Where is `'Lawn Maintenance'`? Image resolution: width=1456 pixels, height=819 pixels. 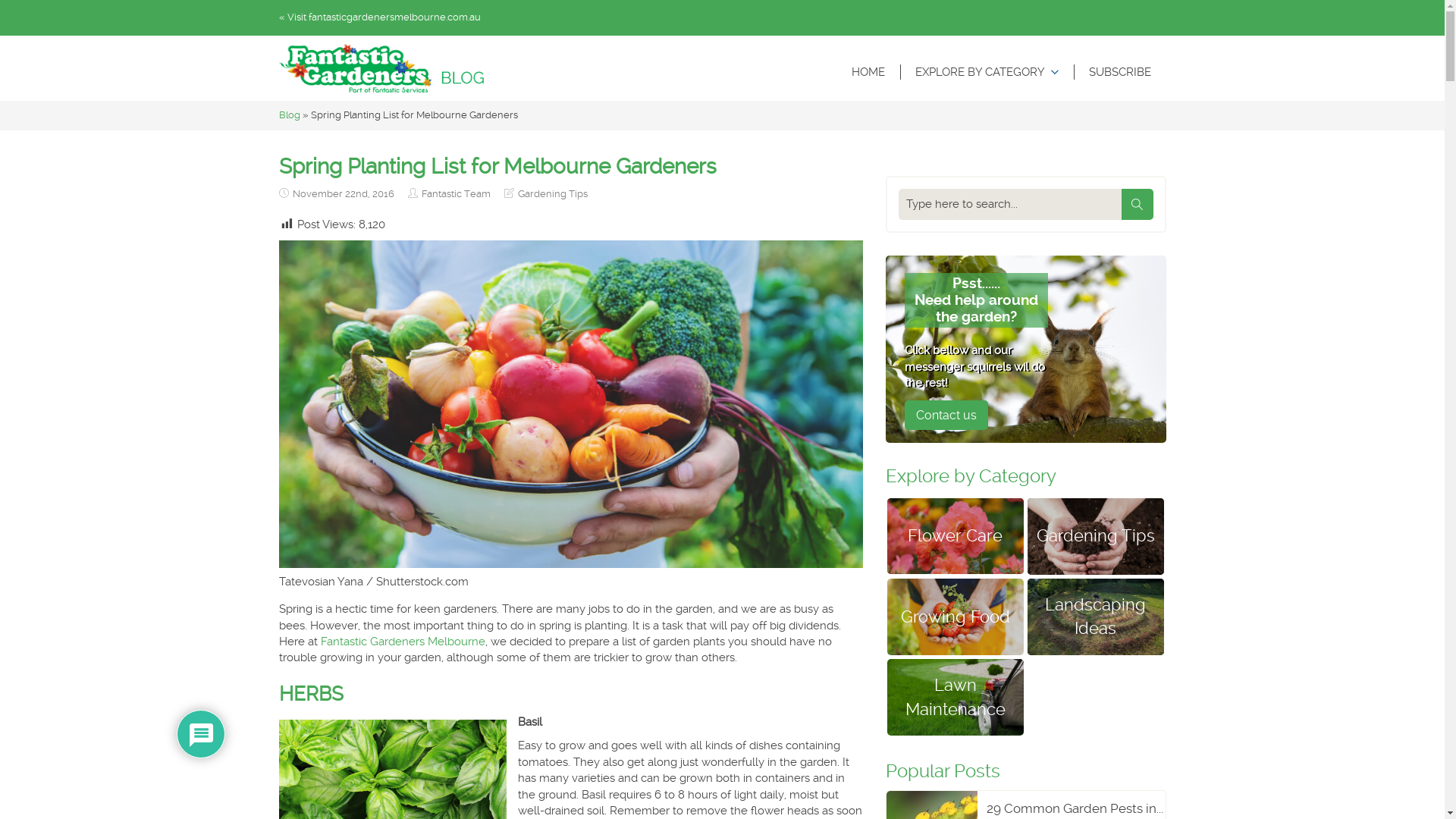
'Lawn Maintenance' is located at coordinates (954, 697).